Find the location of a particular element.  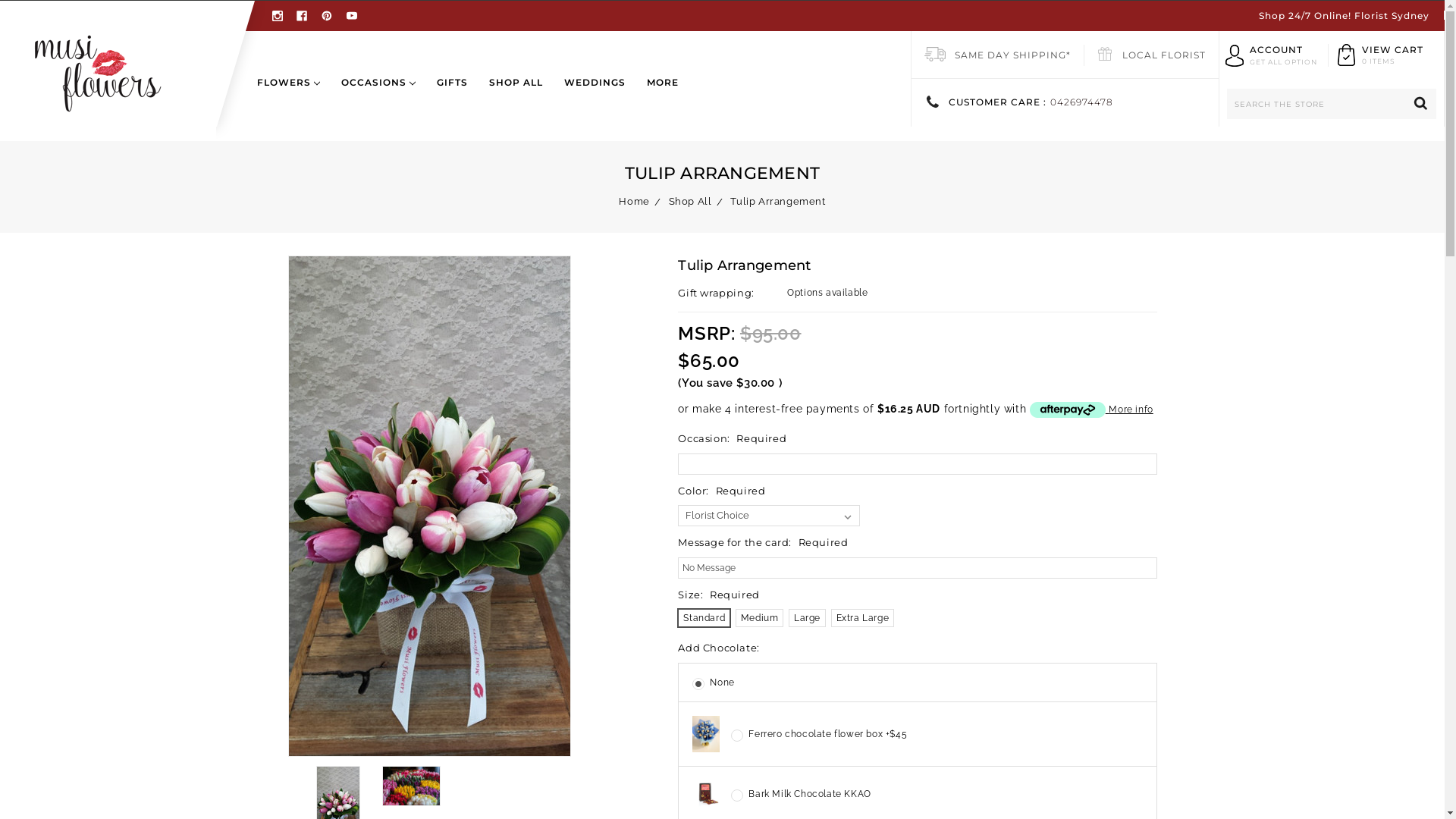

'GIFTS' is located at coordinates (451, 93).